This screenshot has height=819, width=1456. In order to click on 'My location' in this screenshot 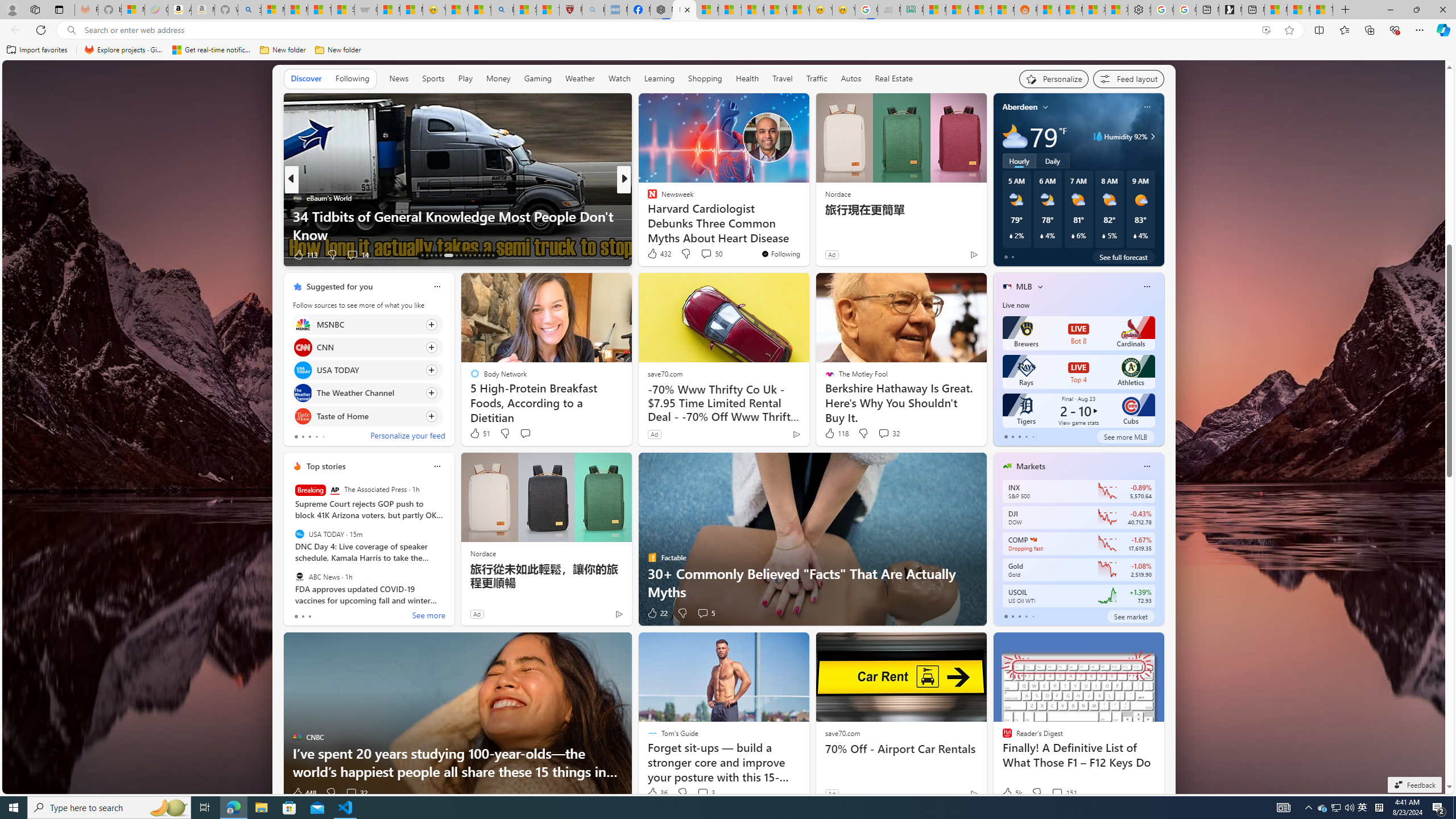, I will do `click(1045, 106)`.